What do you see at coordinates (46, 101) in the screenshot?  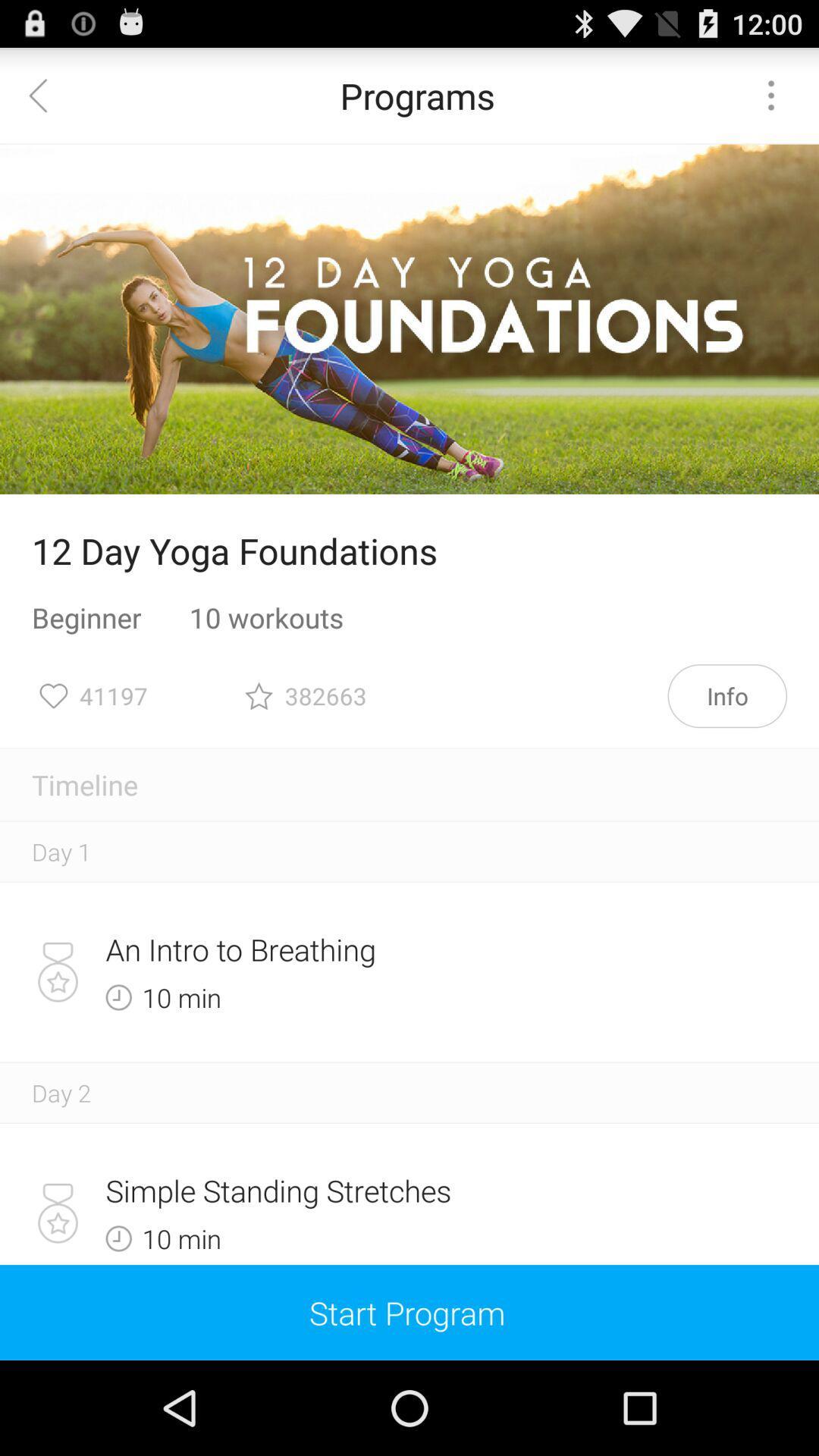 I see `the arrow_backward icon` at bounding box center [46, 101].